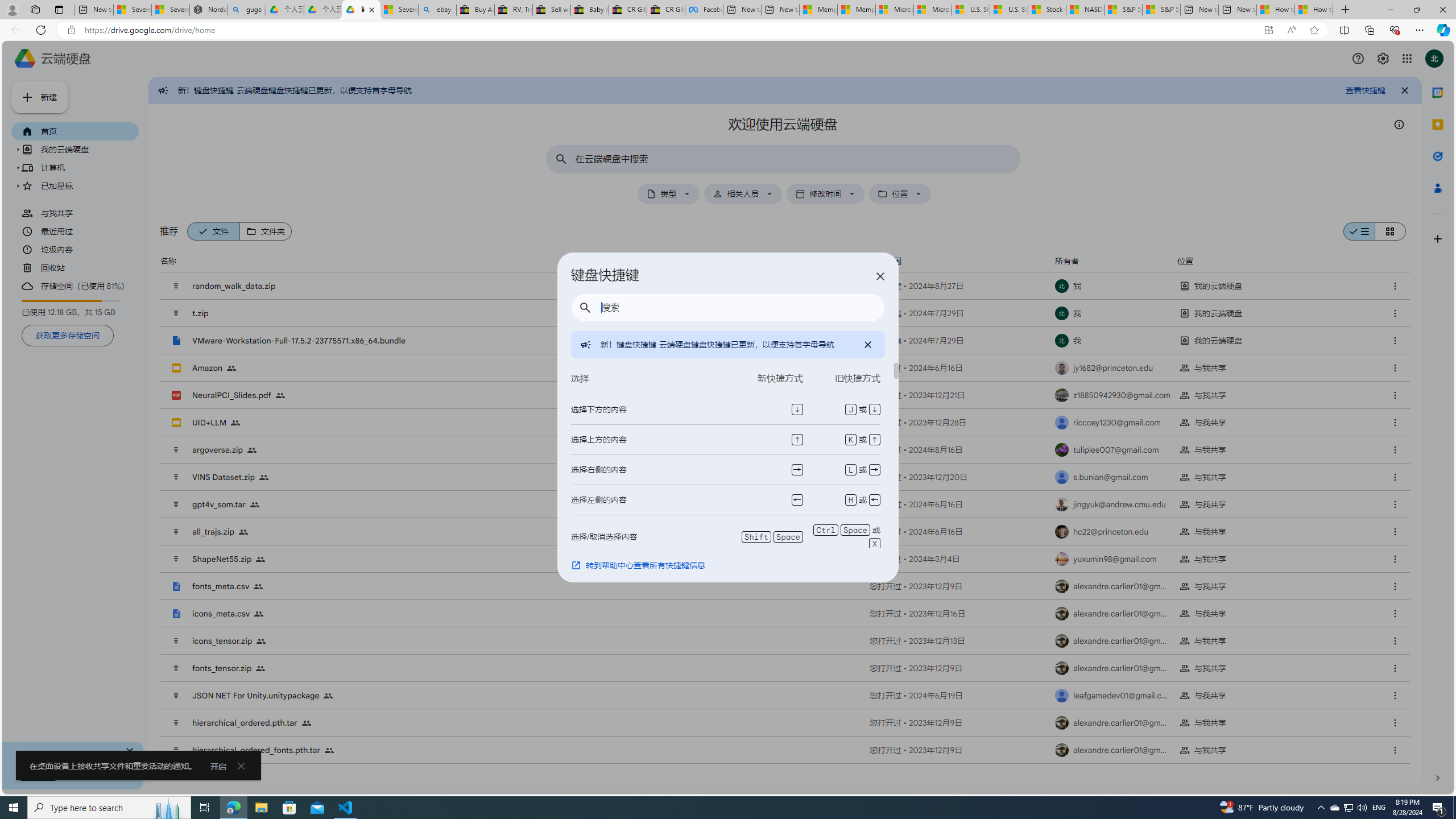 The width and height of the screenshot is (1456, 819). I want to click on 'RV, Trailer & Camper Steps & Ladders for sale | eBay', so click(512, 9).